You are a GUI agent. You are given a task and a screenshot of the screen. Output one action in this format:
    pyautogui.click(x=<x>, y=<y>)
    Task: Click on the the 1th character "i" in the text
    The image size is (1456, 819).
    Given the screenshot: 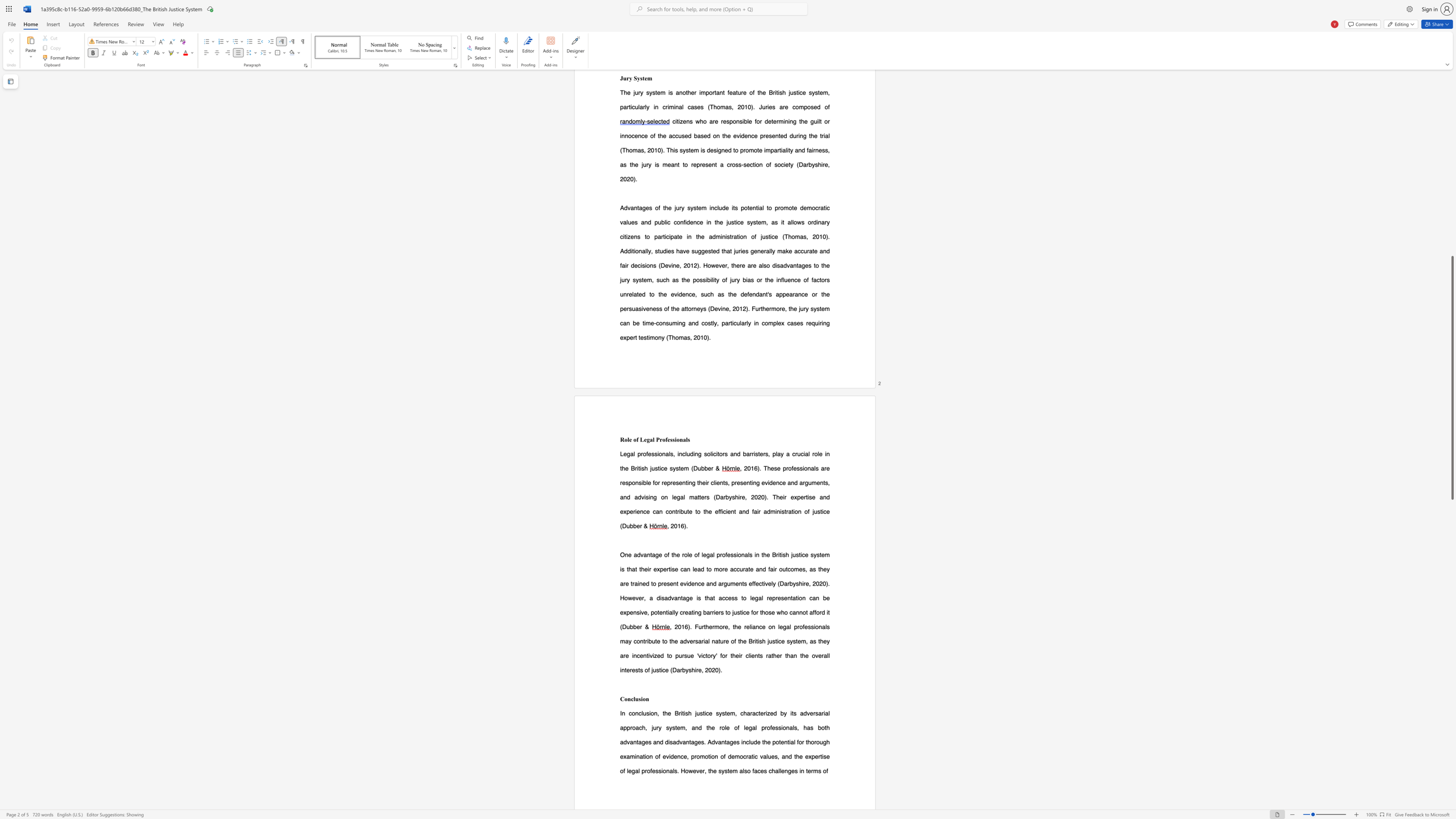 What is the action you would take?
    pyautogui.click(x=641, y=698)
    